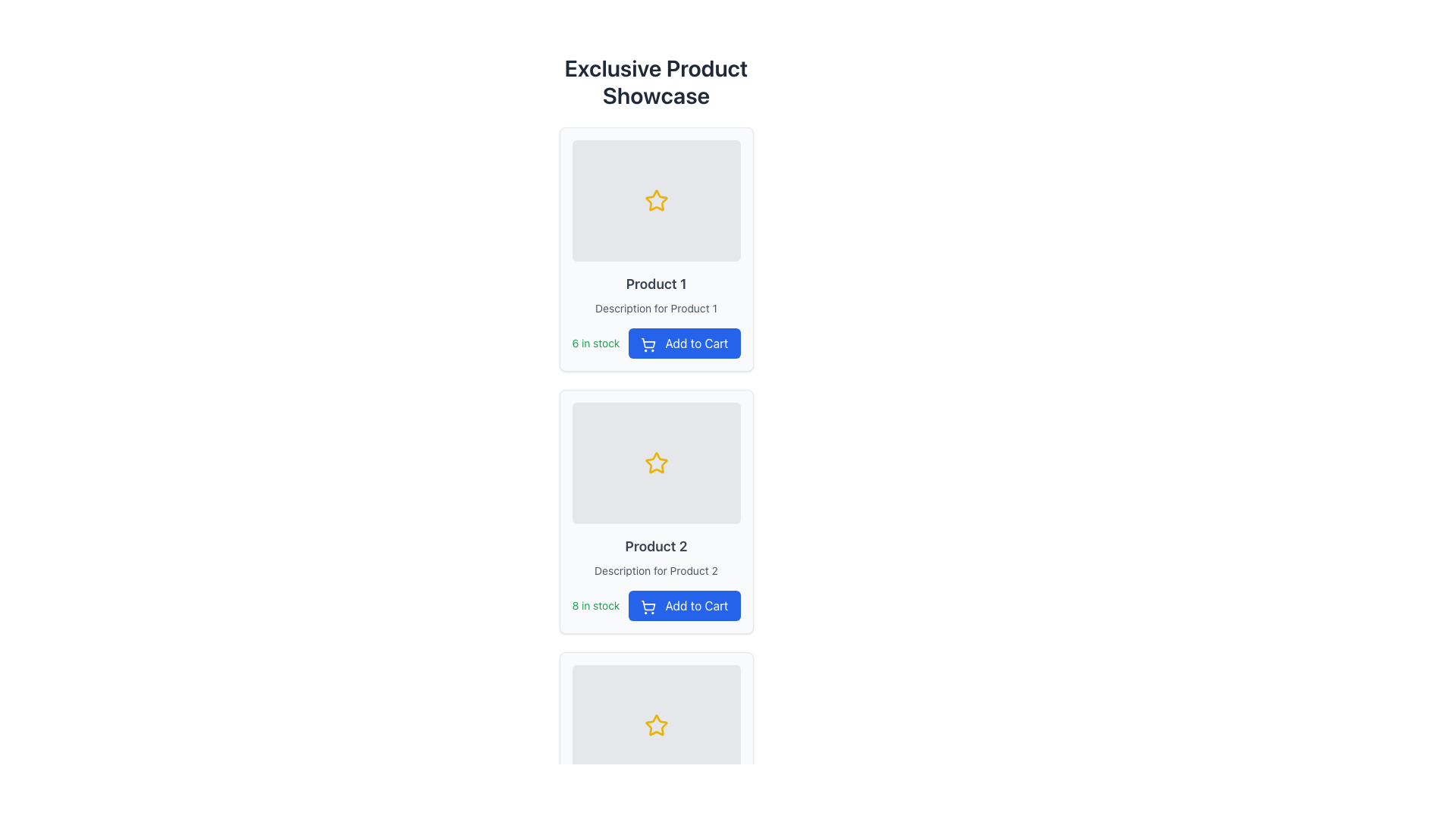 The height and width of the screenshot is (819, 1456). I want to click on the second product card in the e-commerce layout, so click(656, 512).